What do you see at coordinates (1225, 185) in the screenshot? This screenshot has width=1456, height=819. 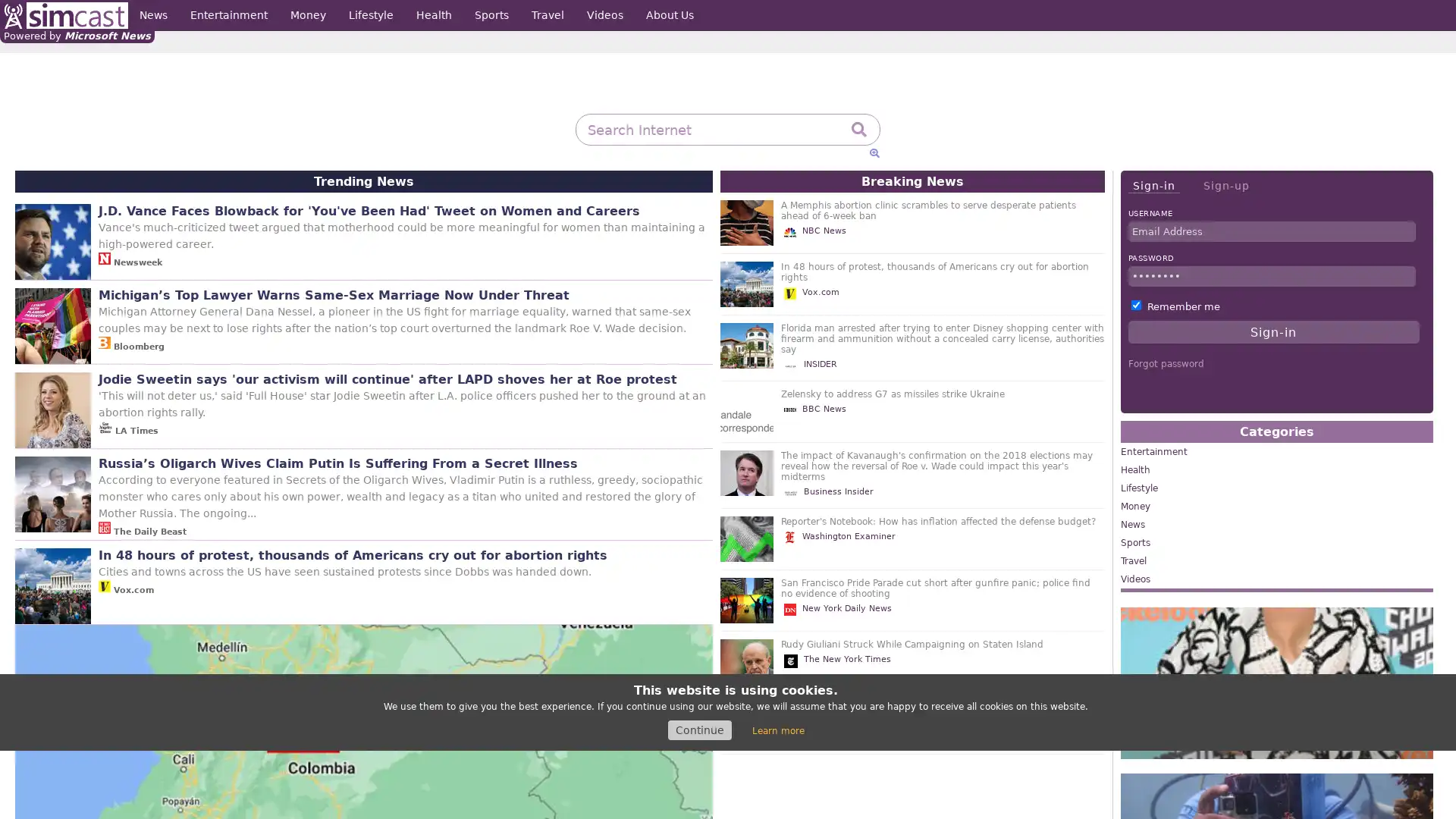 I see `Sign-up` at bounding box center [1225, 185].